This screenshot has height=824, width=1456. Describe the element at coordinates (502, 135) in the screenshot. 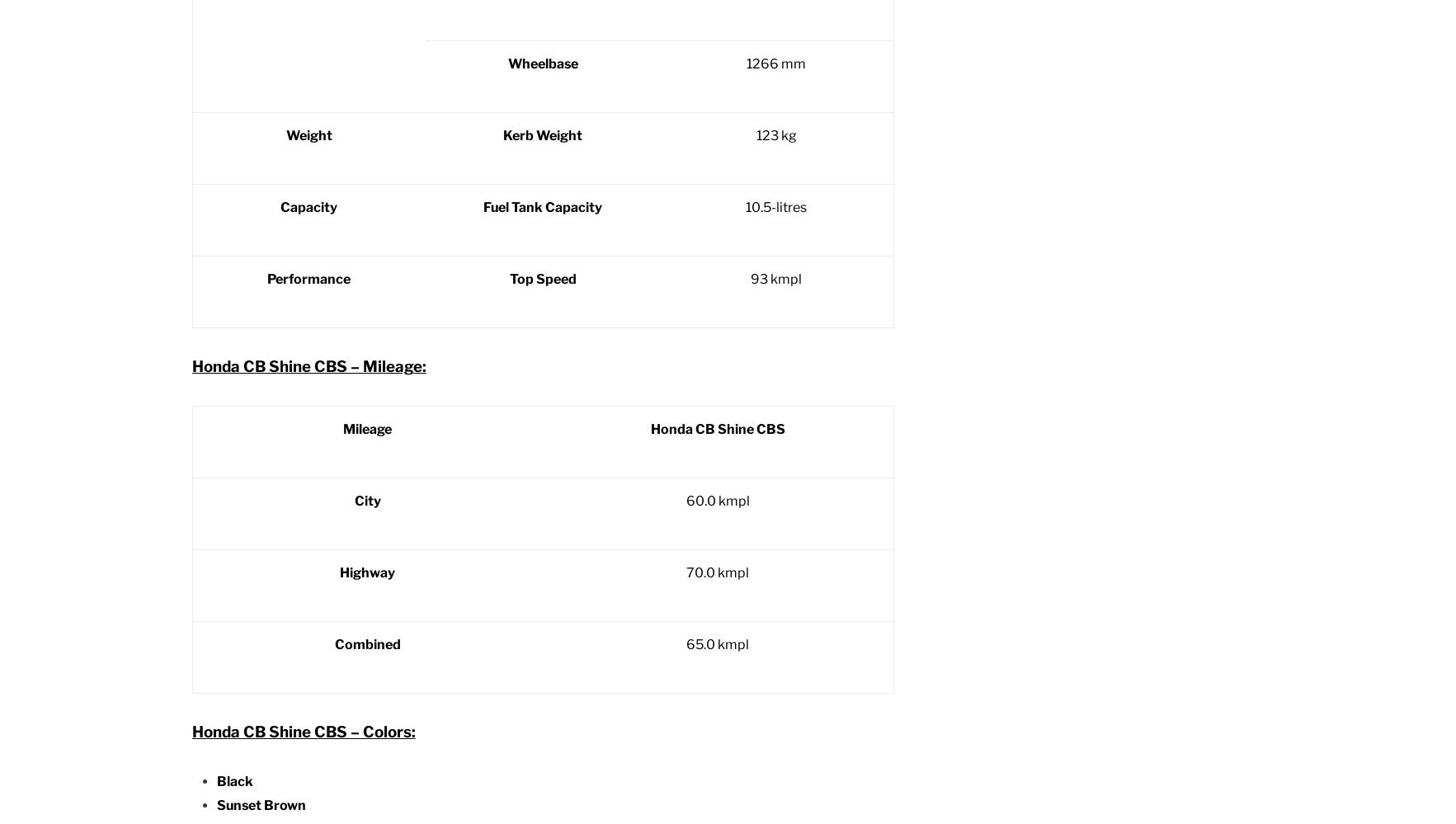

I see `'Kerb Weight'` at that location.